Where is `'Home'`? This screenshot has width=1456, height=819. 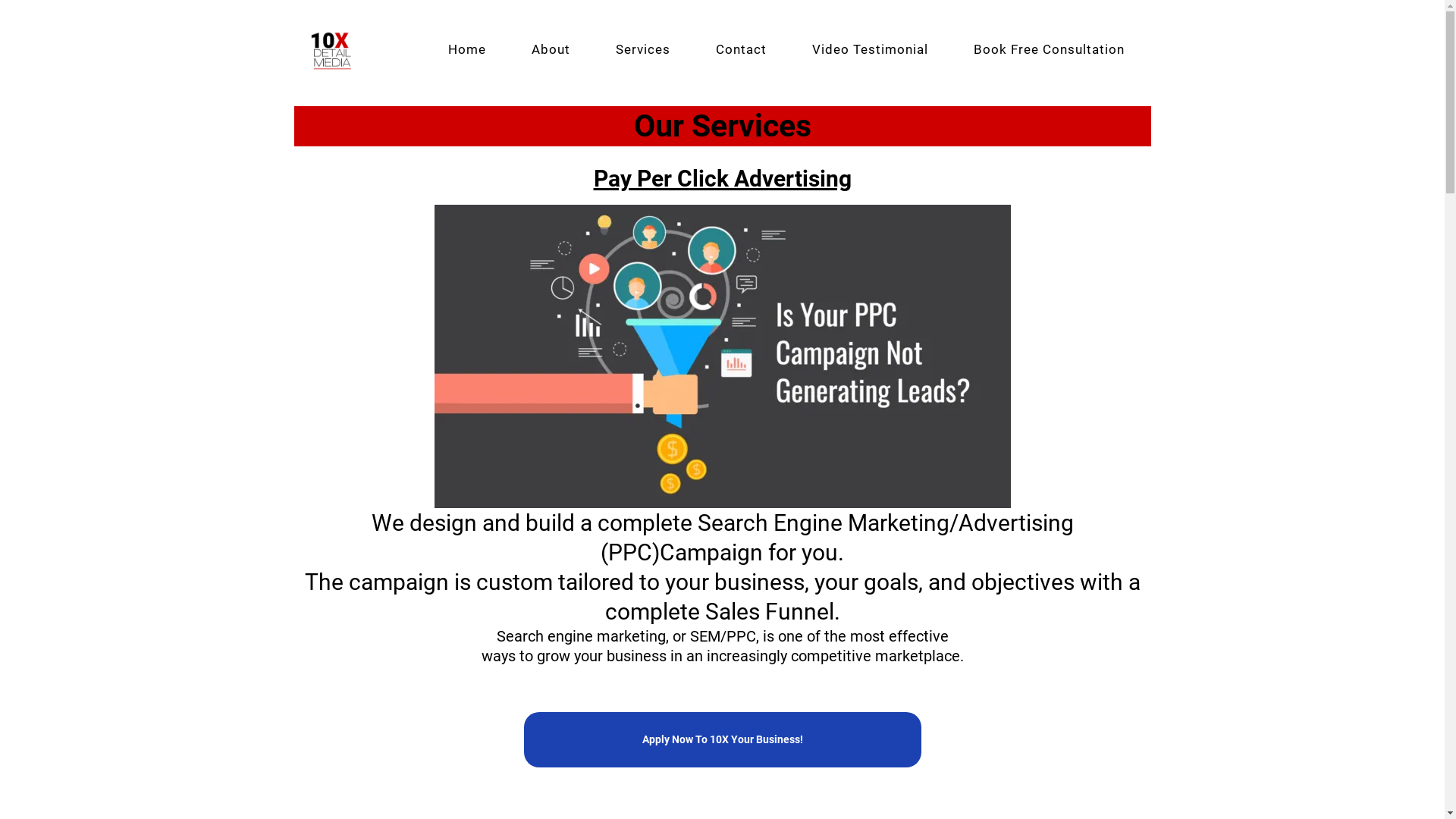
'Home' is located at coordinates (465, 49).